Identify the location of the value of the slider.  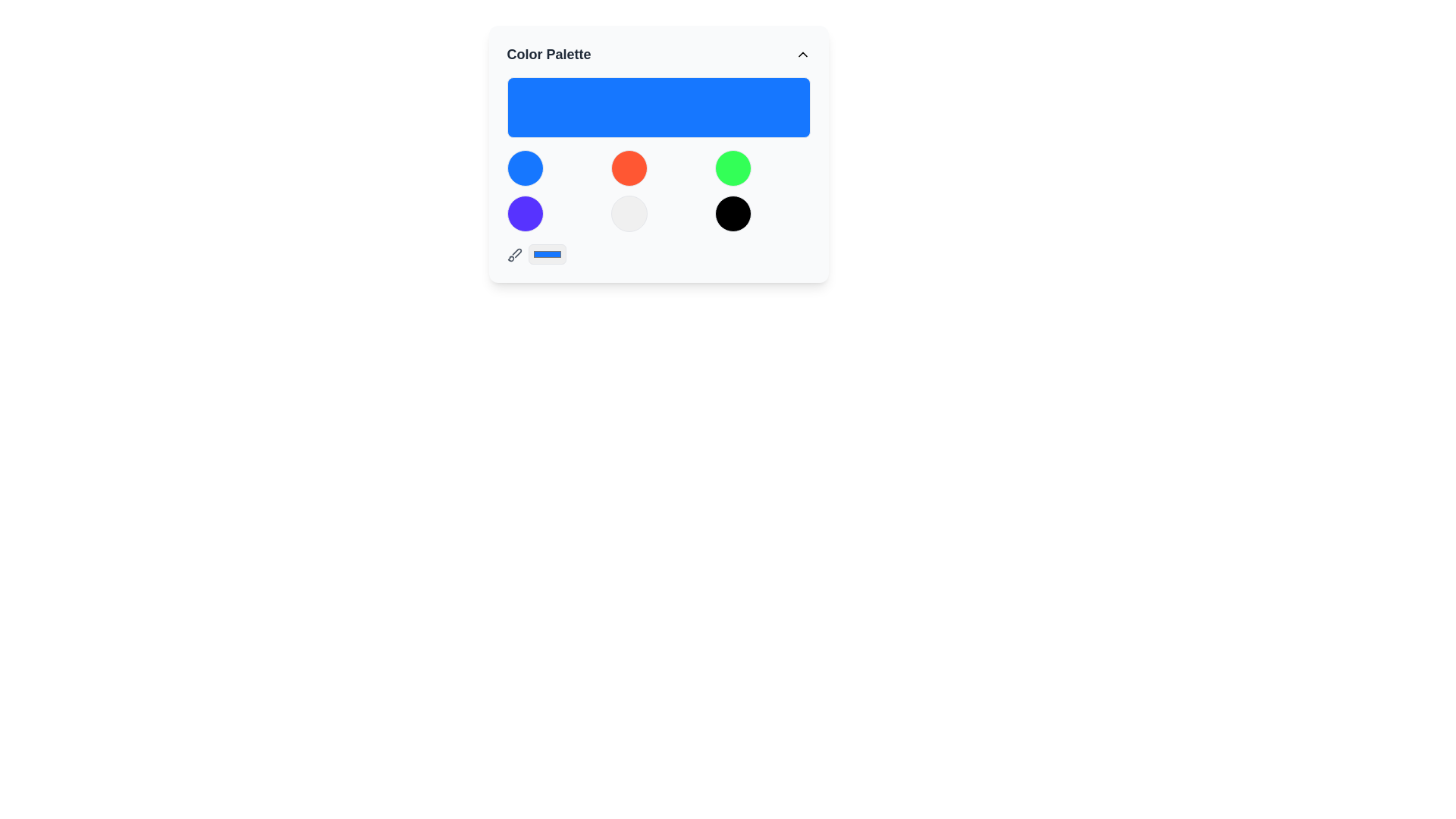
(806, 107).